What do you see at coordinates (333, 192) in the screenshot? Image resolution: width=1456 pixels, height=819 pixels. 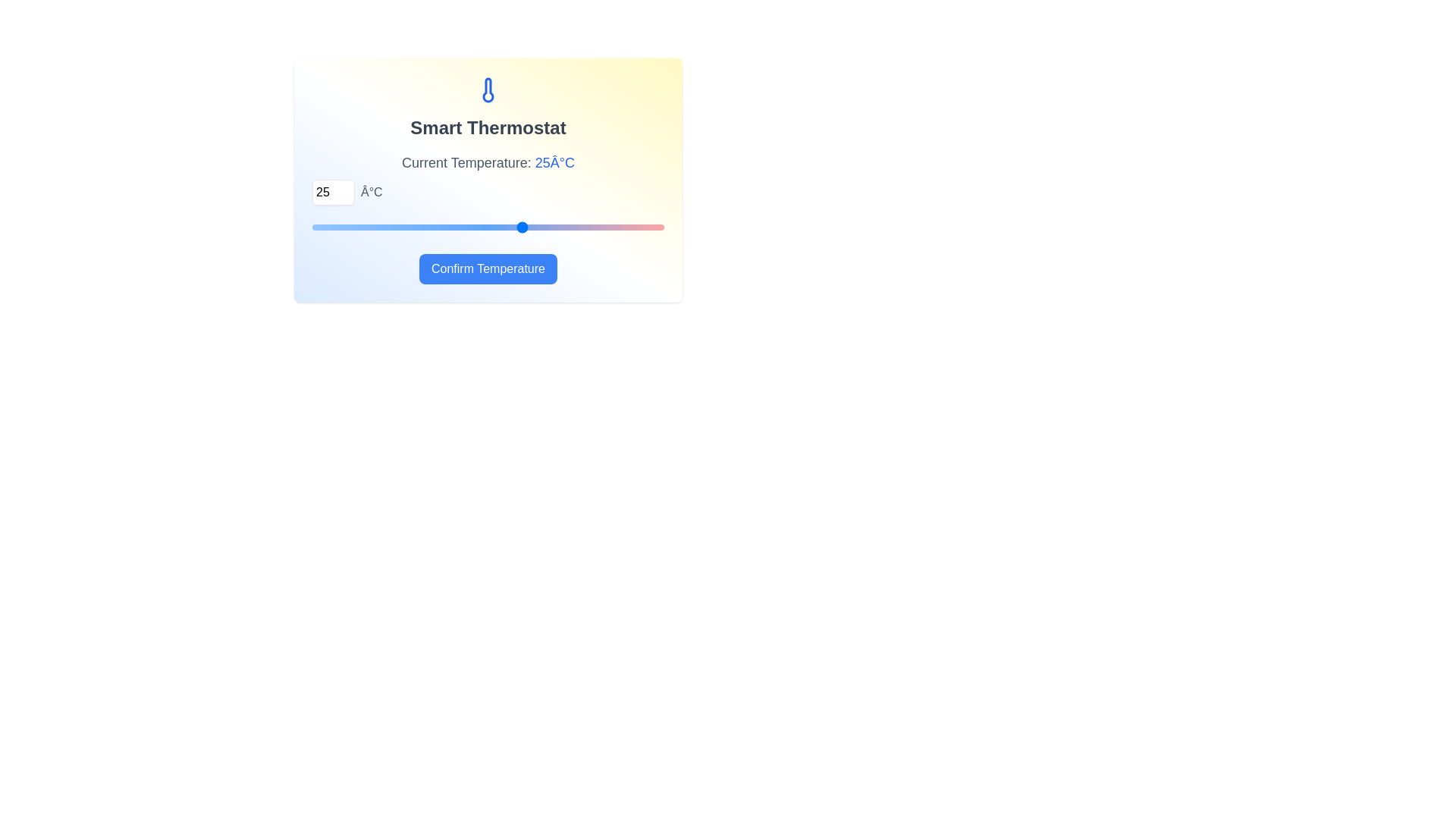 I see `the temperature to 17°C using the input field` at bounding box center [333, 192].